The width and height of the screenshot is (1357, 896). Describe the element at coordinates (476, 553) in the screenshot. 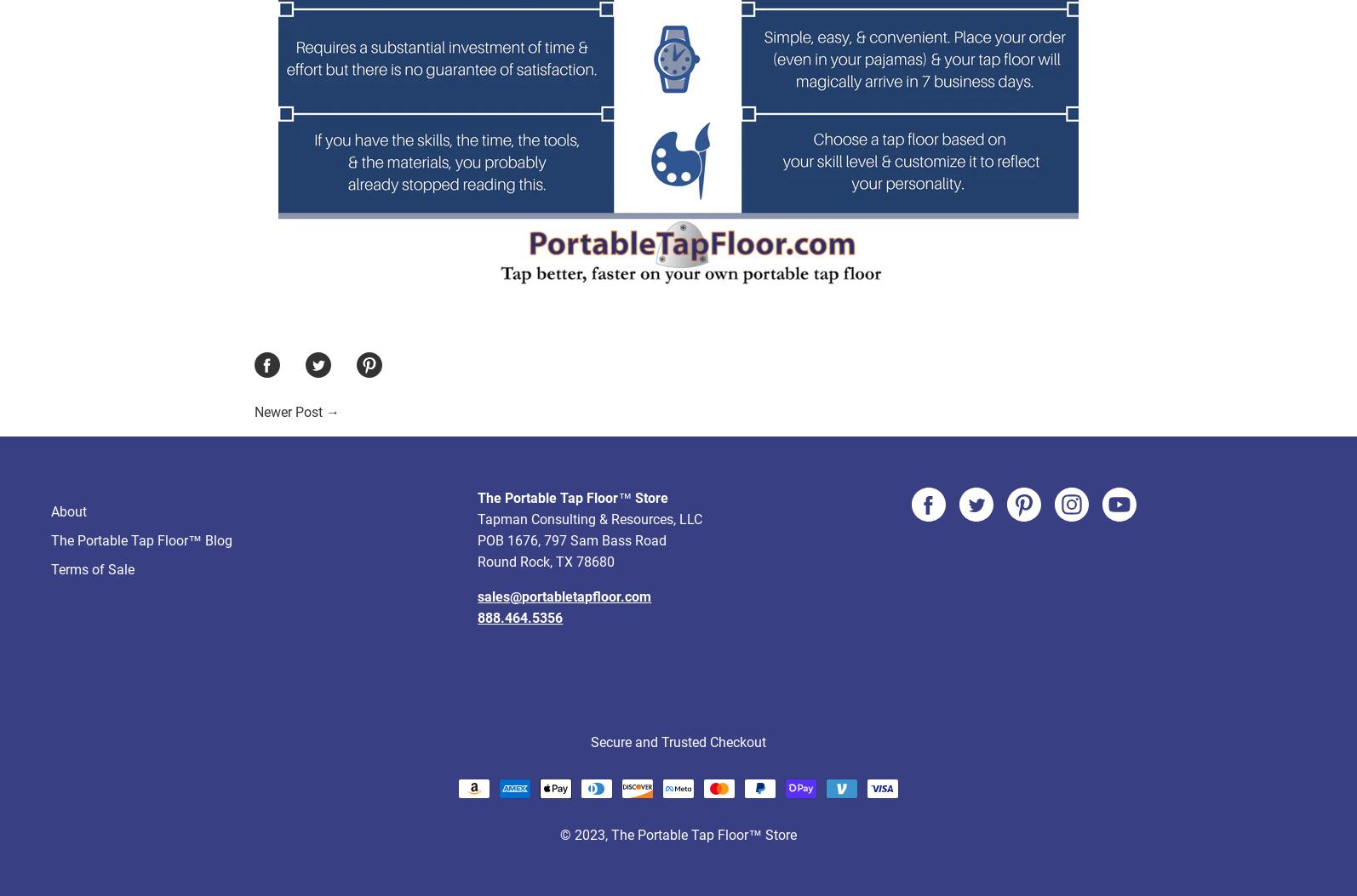

I see `'888.464.5356'` at that location.